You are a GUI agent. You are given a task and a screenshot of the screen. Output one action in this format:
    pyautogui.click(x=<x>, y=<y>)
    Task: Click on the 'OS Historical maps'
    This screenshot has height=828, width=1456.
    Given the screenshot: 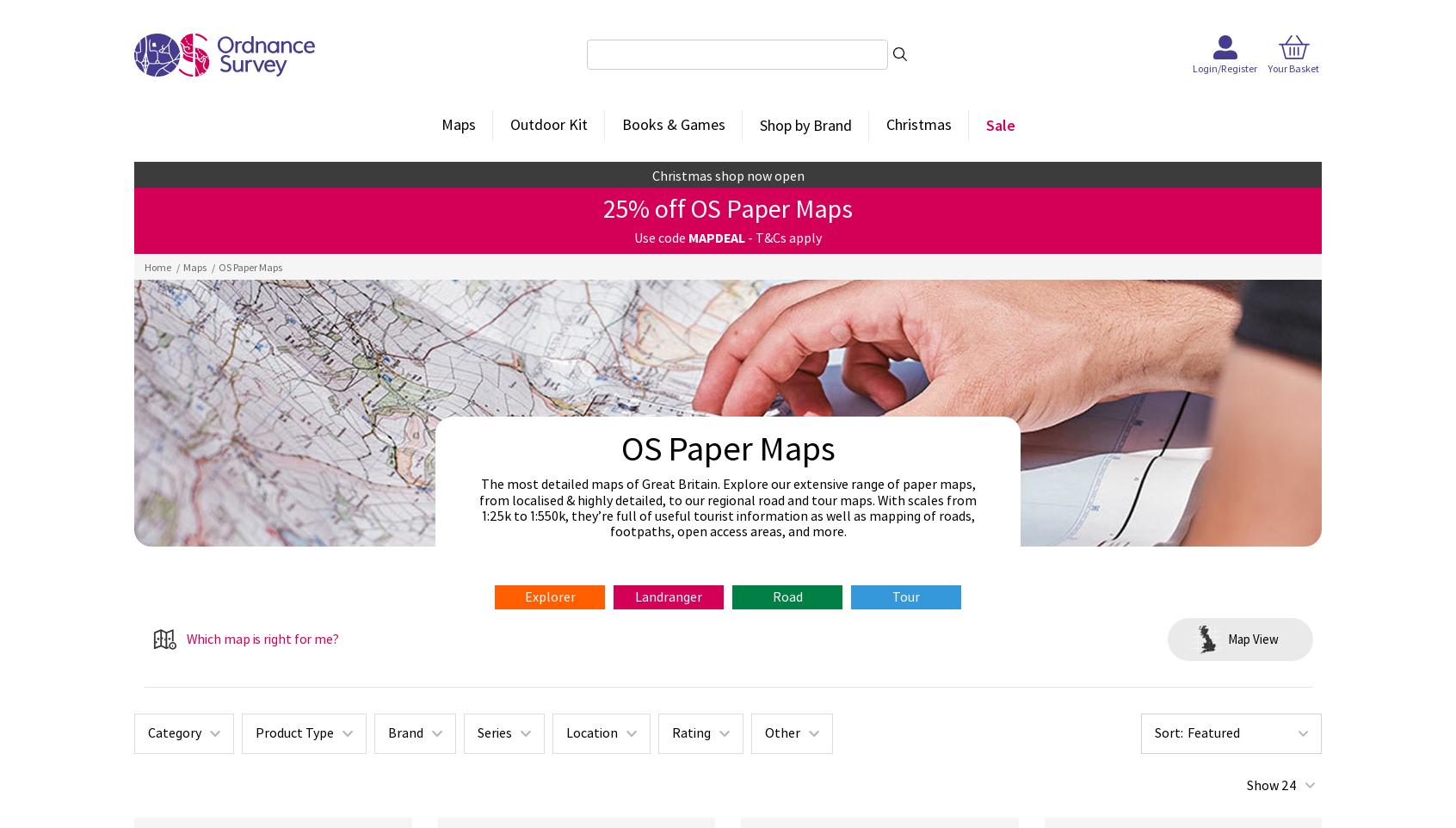 What is the action you would take?
    pyautogui.click(x=804, y=246)
    